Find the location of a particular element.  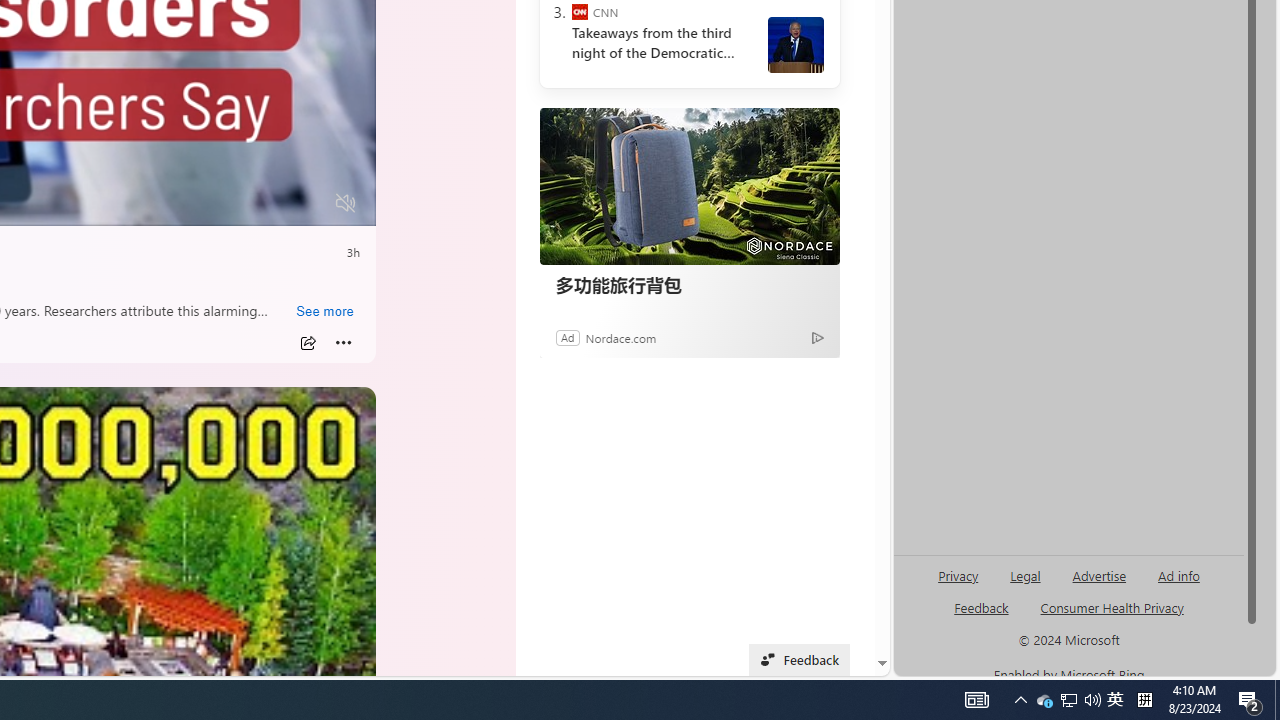

'Nordace.com' is located at coordinates (619, 336).